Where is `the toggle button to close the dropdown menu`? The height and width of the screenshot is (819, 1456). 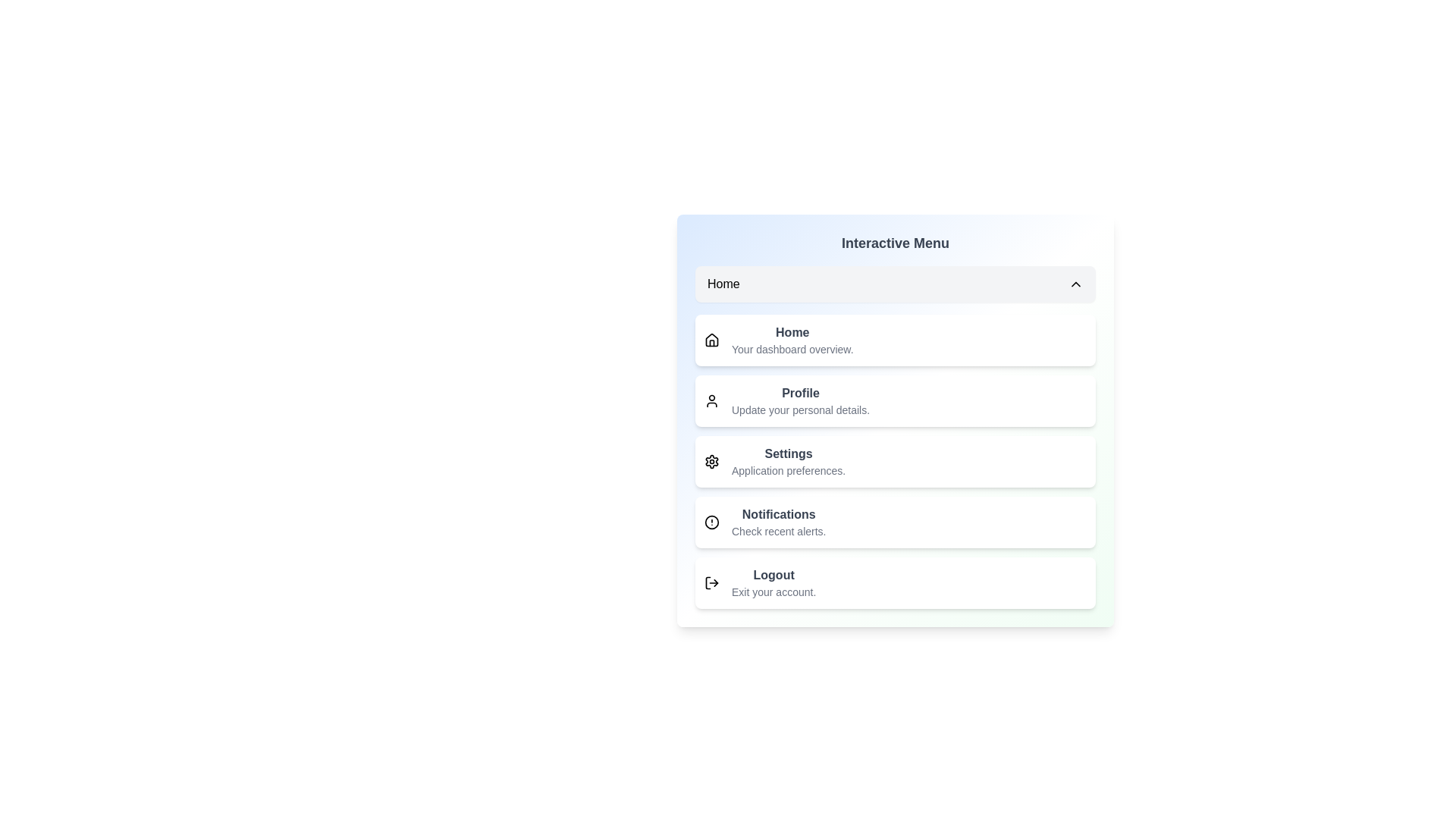
the toggle button to close the dropdown menu is located at coordinates (1075, 284).